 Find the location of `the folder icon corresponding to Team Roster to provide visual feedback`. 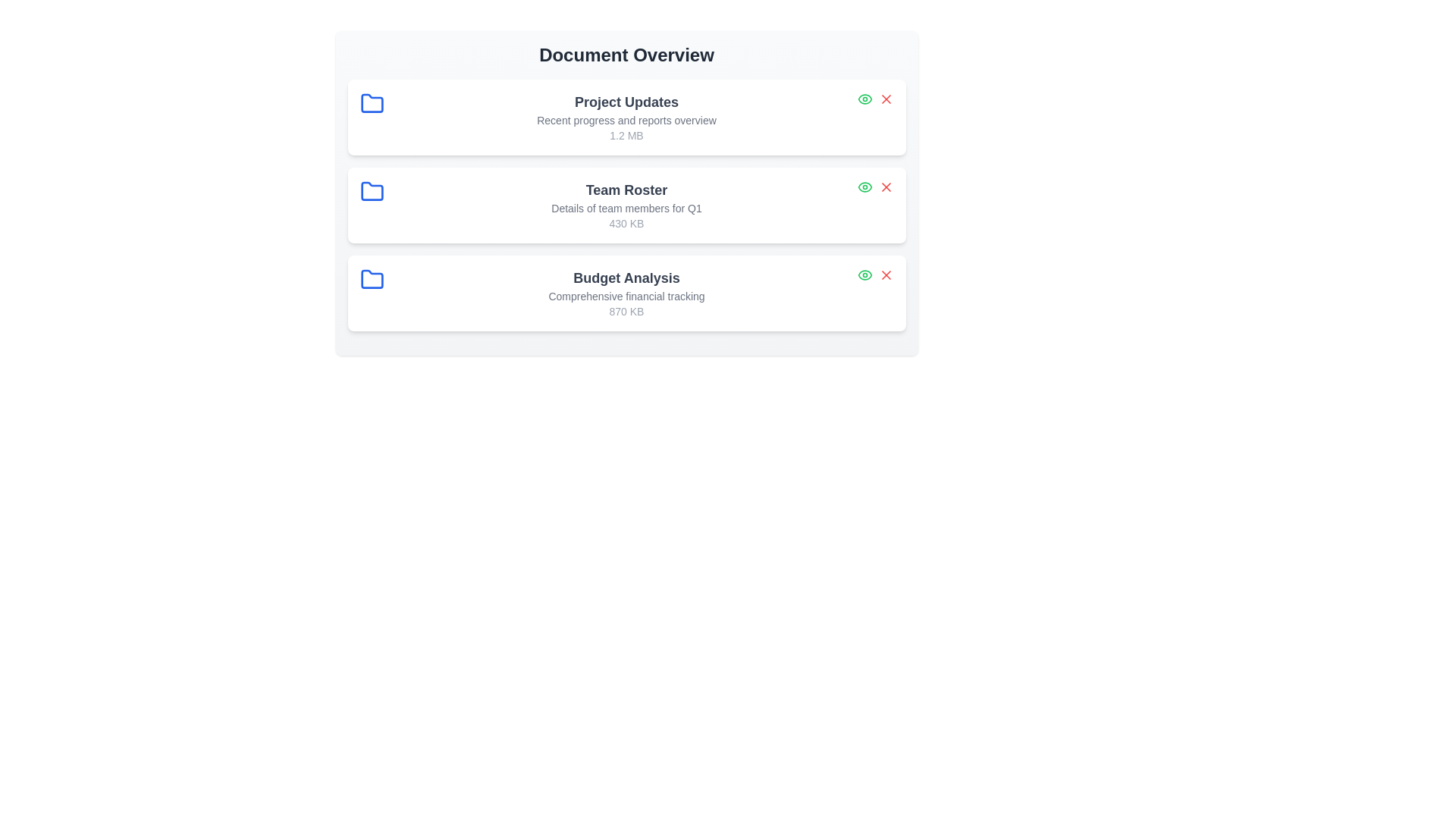

the folder icon corresponding to Team Roster to provide visual feedback is located at coordinates (372, 191).